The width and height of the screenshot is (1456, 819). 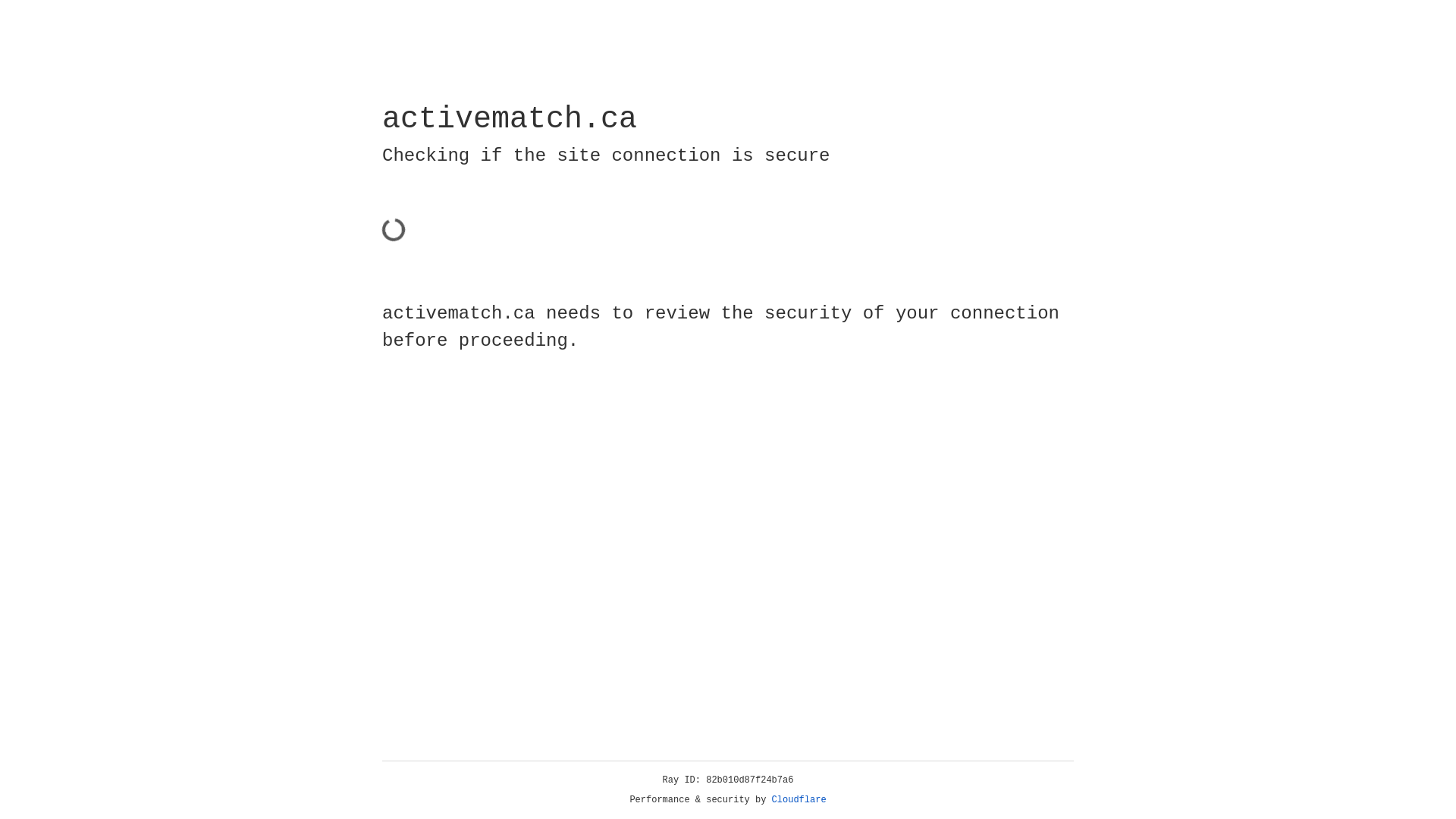 I want to click on 'Cloudflare', so click(x=771, y=799).